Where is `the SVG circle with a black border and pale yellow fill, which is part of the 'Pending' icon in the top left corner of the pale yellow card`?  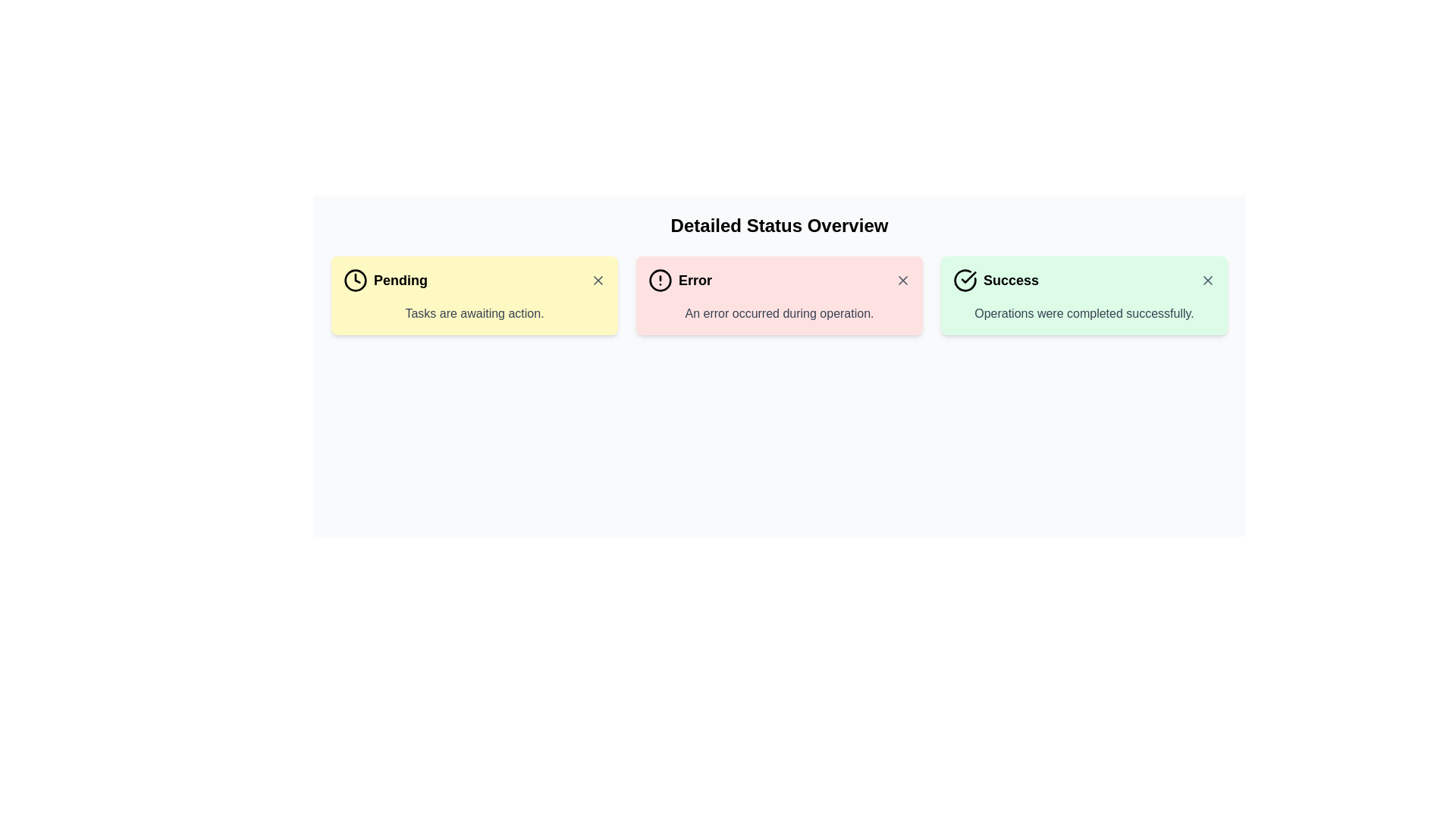 the SVG circle with a black border and pale yellow fill, which is part of the 'Pending' icon in the top left corner of the pale yellow card is located at coordinates (355, 281).